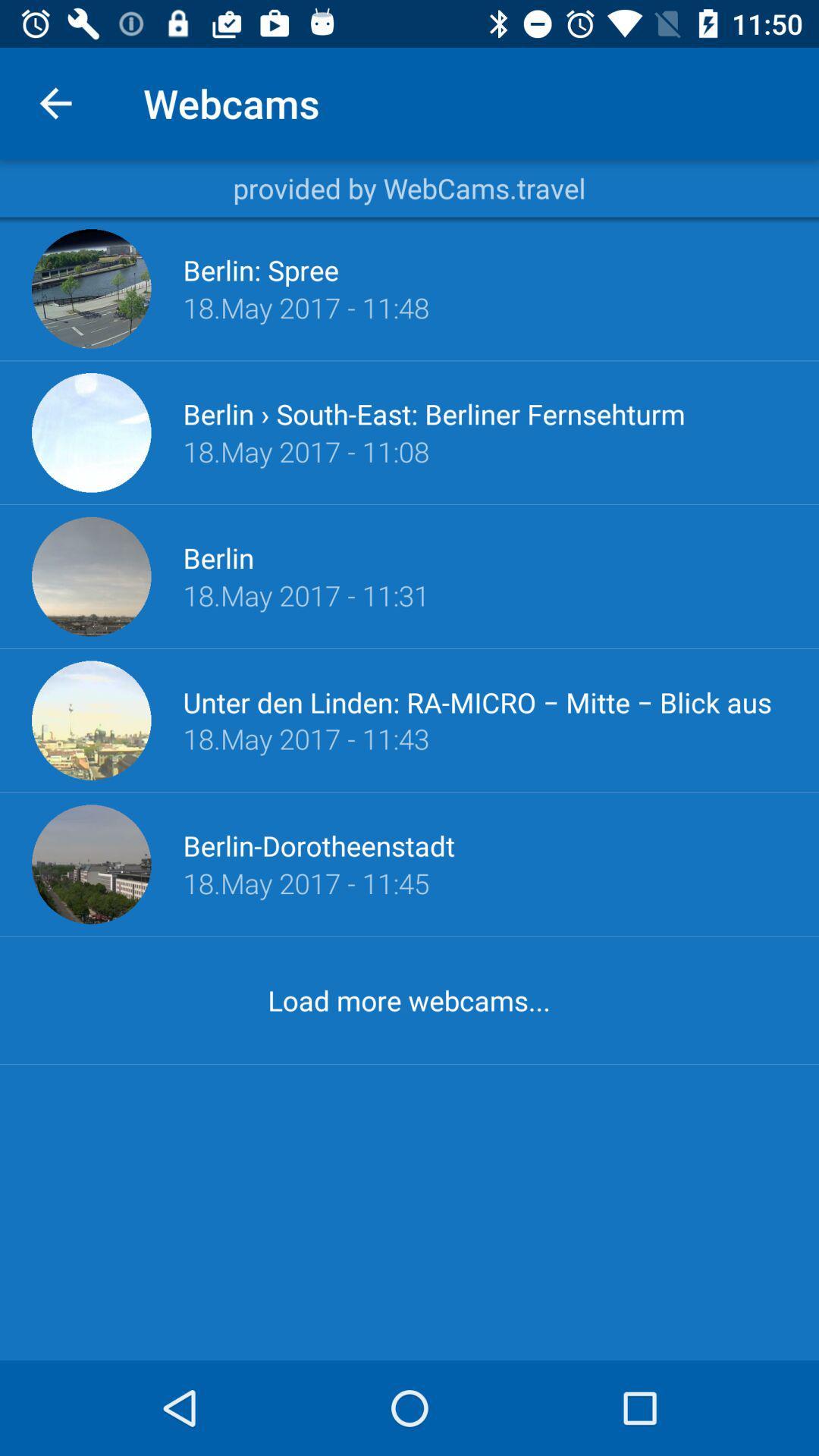  Describe the element at coordinates (318, 845) in the screenshot. I see `the item above 18 may 2017` at that location.